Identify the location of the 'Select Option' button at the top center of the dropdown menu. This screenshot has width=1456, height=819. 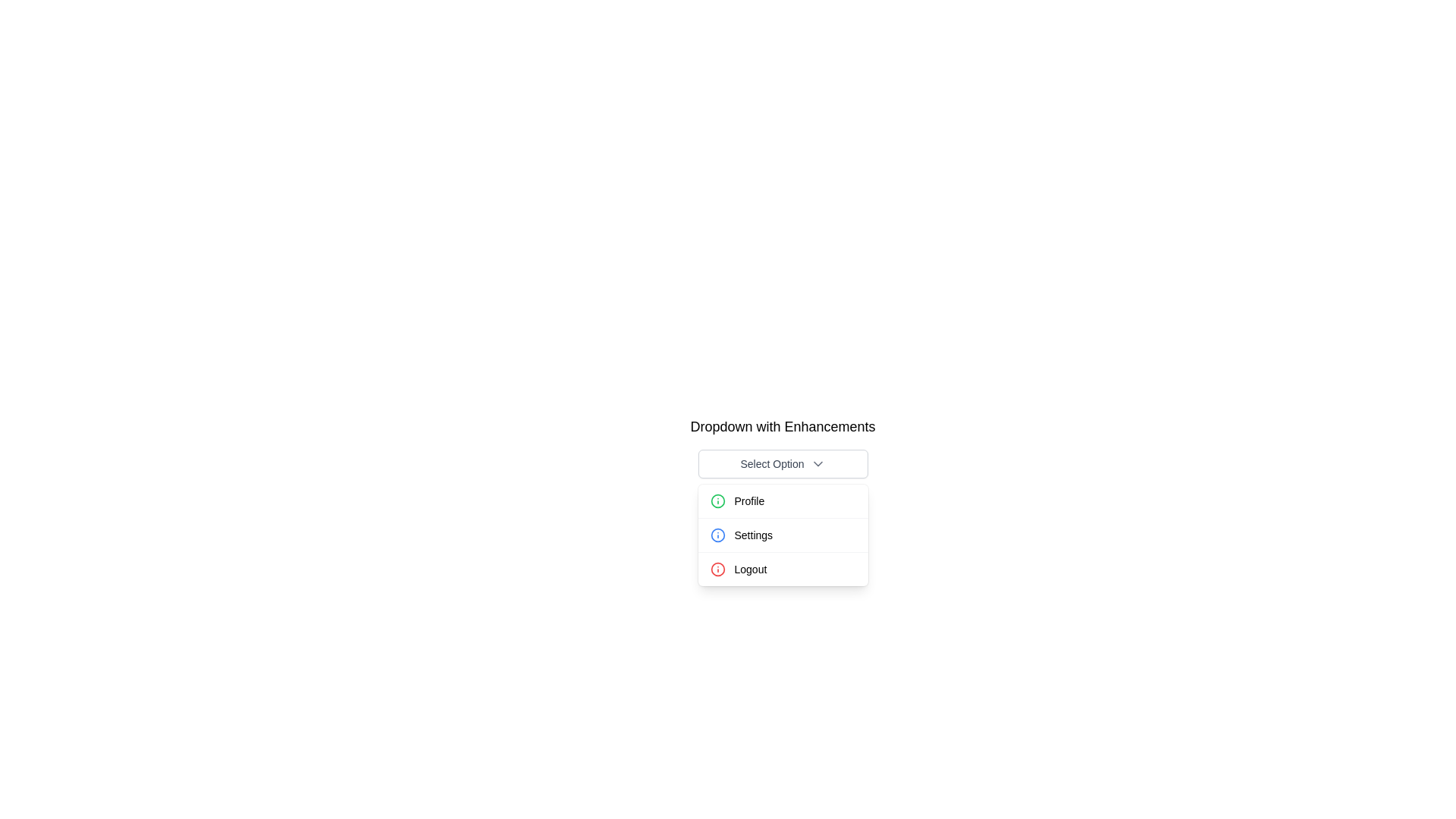
(783, 463).